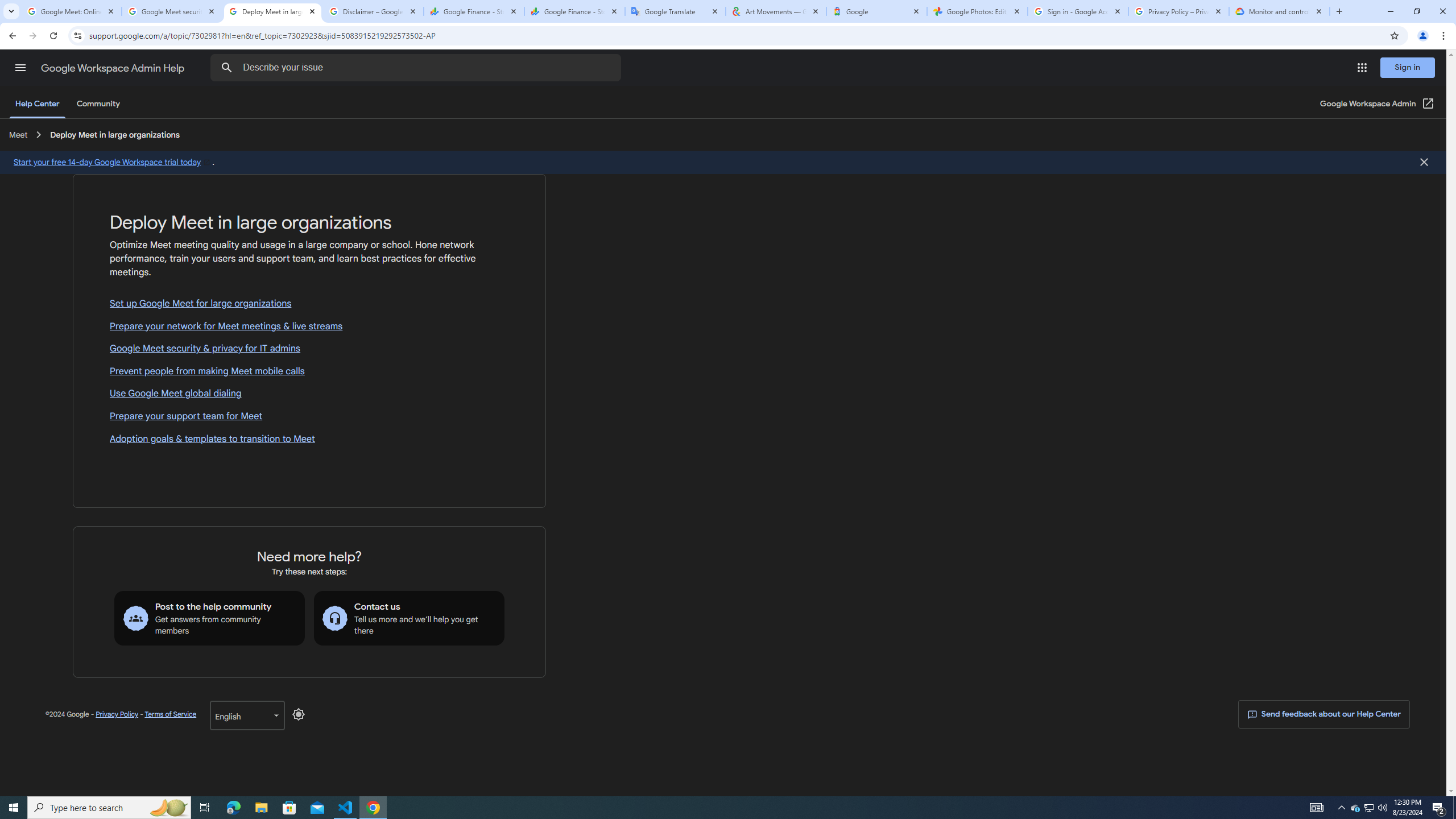  I want to click on 'Deploy Meet in large organizations', so click(113, 134).